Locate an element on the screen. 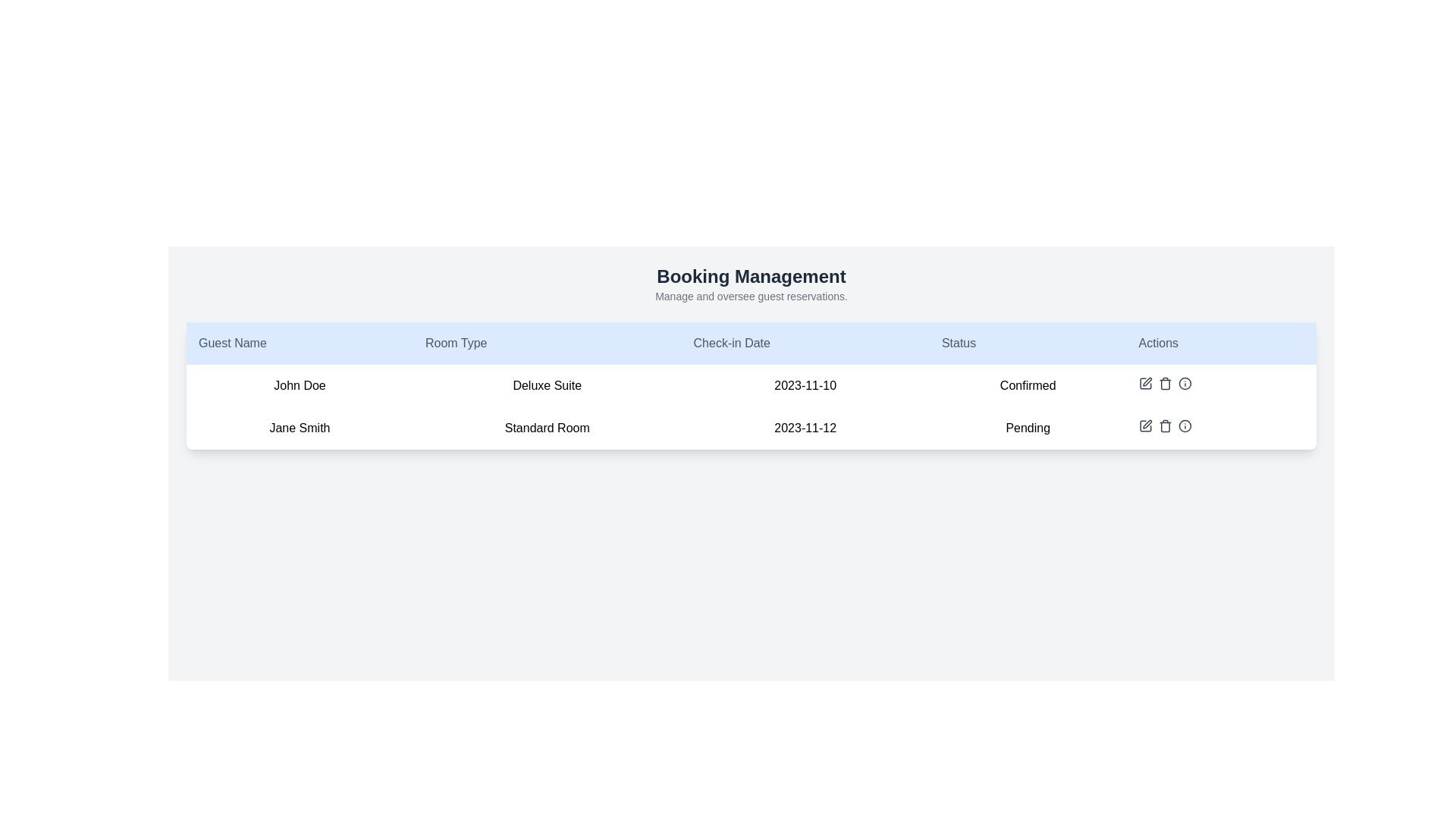 The height and width of the screenshot is (819, 1456). the trash bin icon in the 'Actions' column of the 'Pending' row under the 'Booking Management' header is located at coordinates (1164, 427).